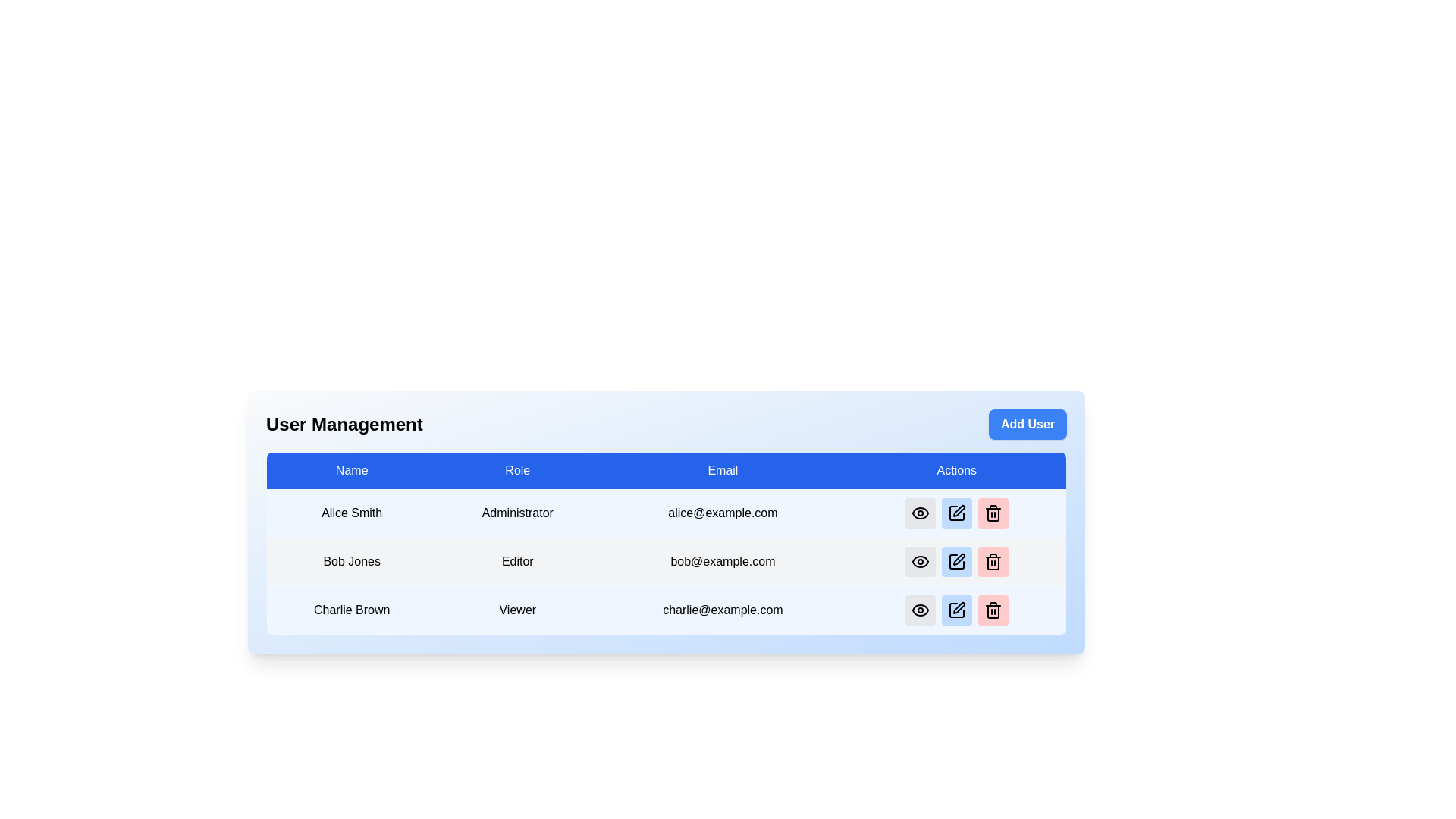 The width and height of the screenshot is (1456, 819). Describe the element at coordinates (955, 513) in the screenshot. I see `the edit button with an icon in the Actions column of the first row` at that location.